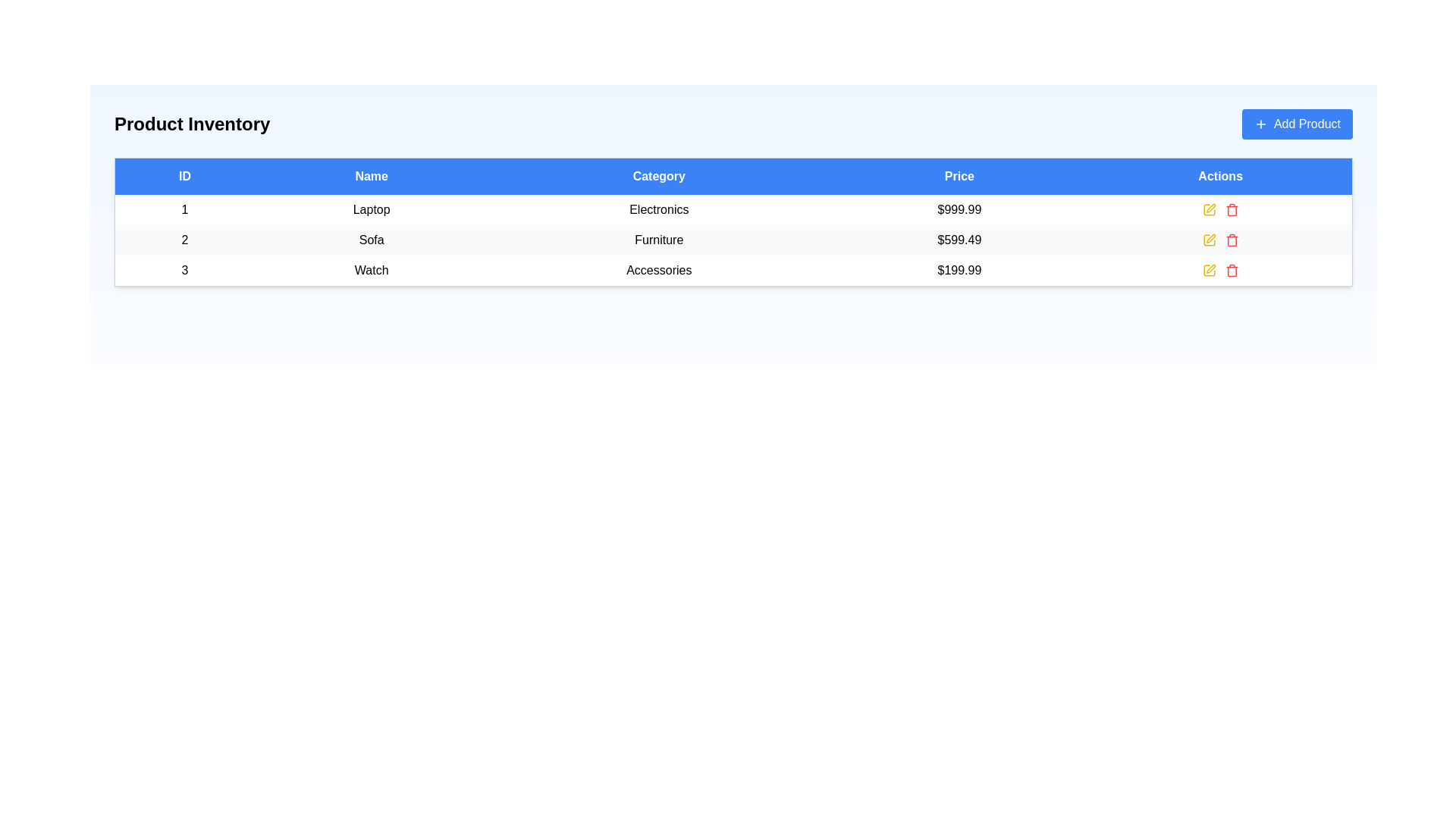 Image resolution: width=1456 pixels, height=819 pixels. I want to click on the trash can icon button, which is the second icon in the action column of the second row within the table, so click(1232, 239).